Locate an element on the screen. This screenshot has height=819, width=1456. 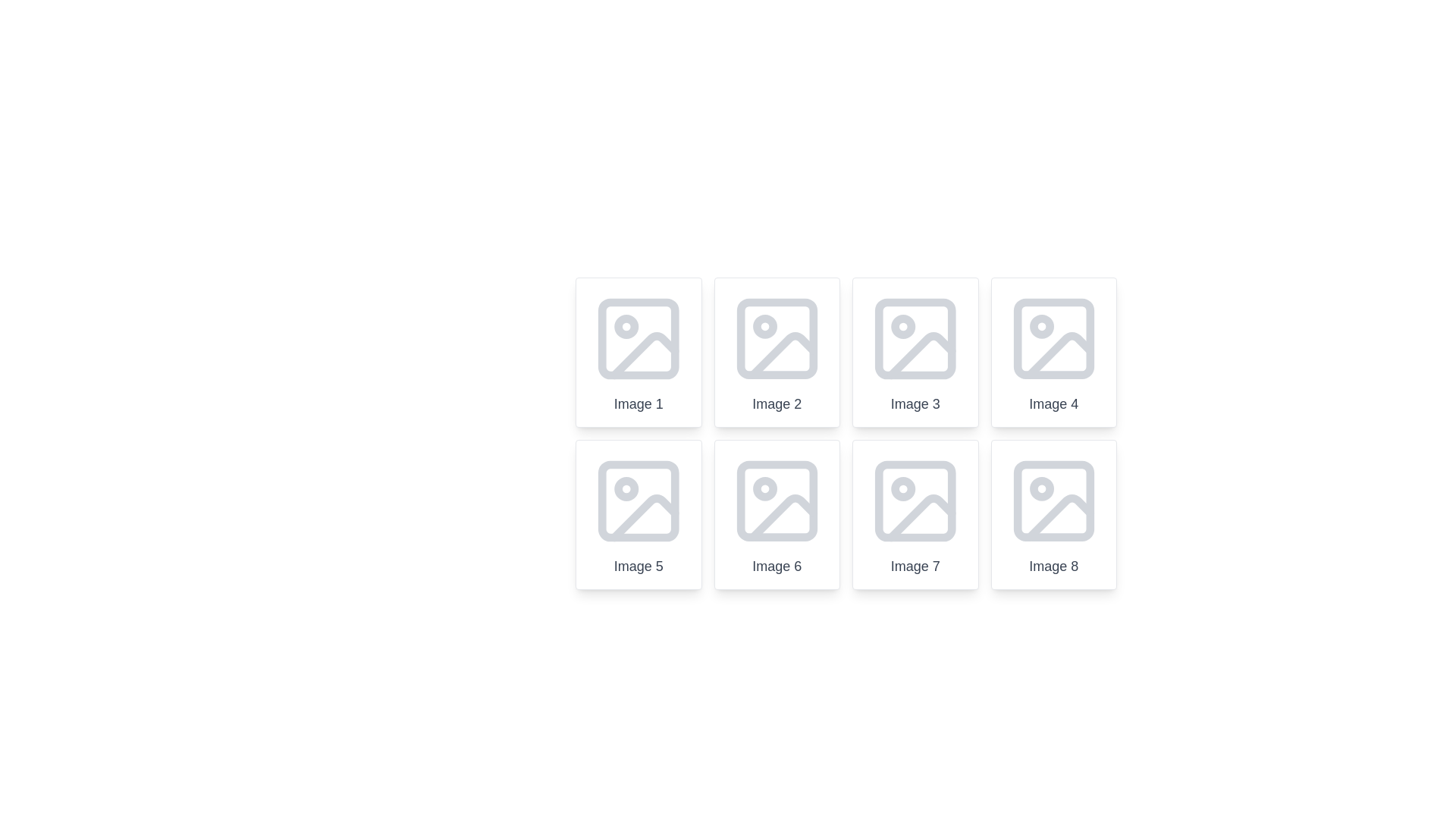
the text label displaying 'Image 1', which is centrally aligned below an icon placeholder on the first card in the top-left corner of a 4x2 grid layout is located at coordinates (639, 403).